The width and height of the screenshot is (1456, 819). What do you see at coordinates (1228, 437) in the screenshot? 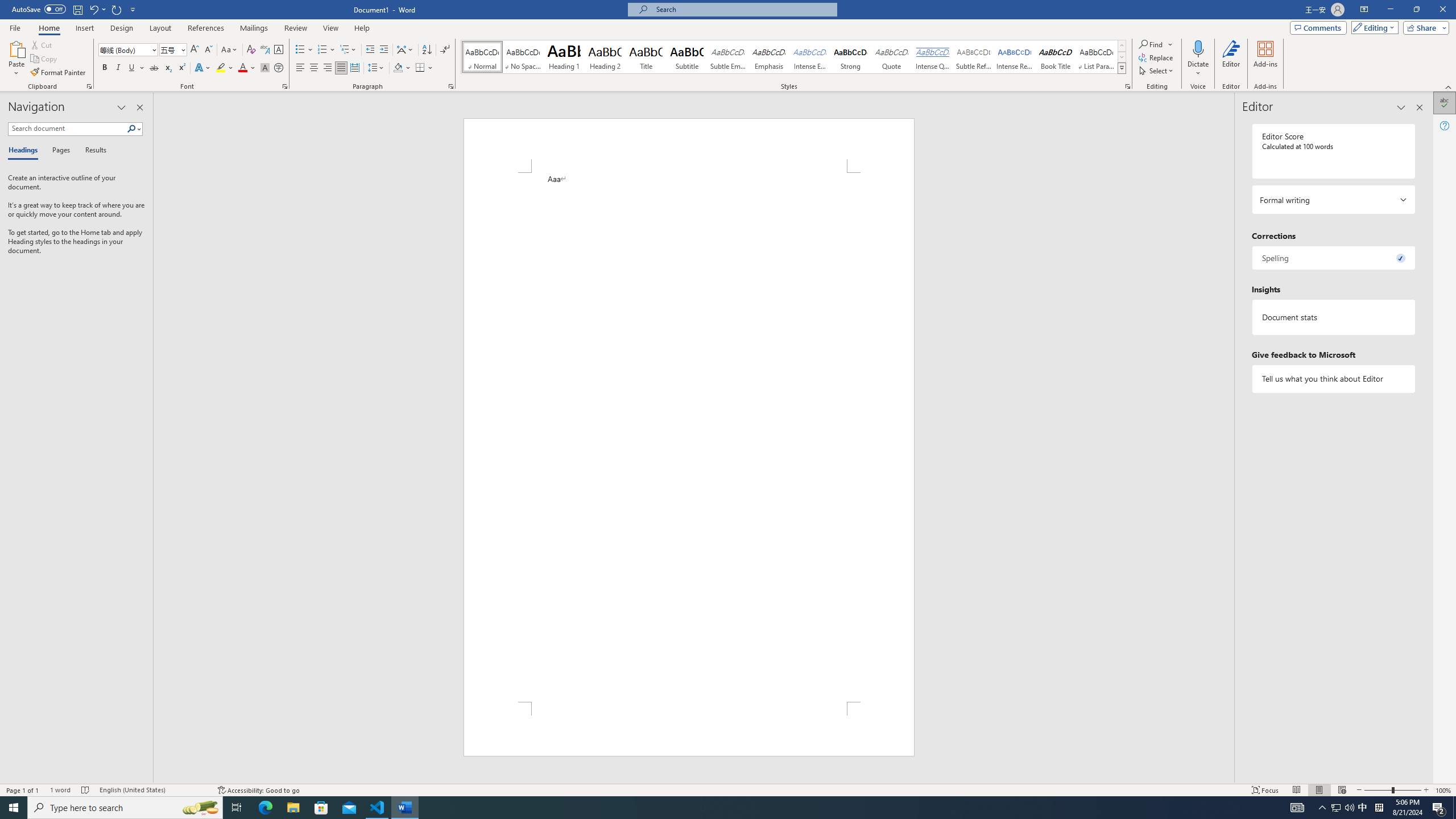
I see `'Class: NetUIScrollBar'` at bounding box center [1228, 437].